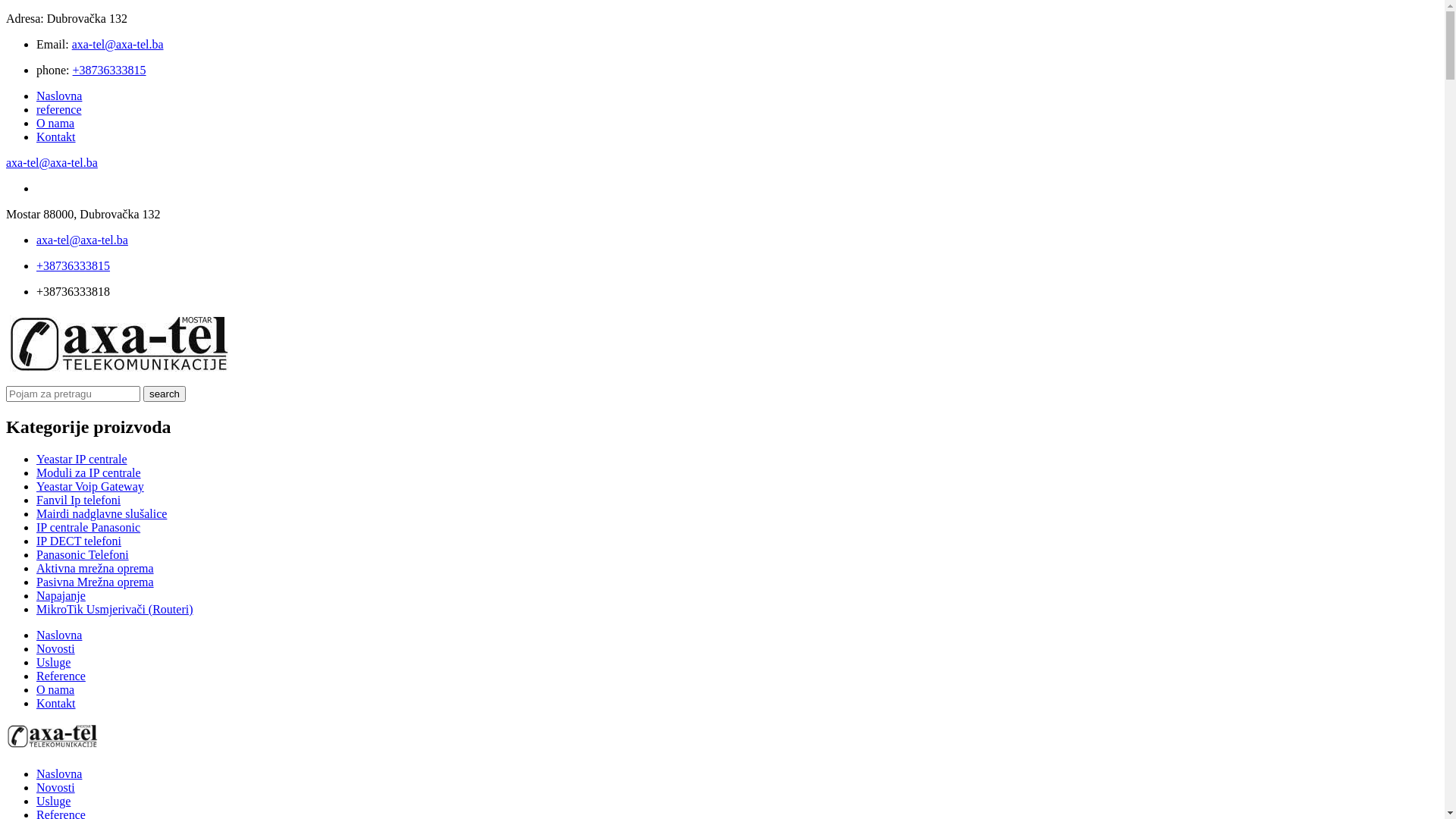 The image size is (1456, 819). What do you see at coordinates (89, 486) in the screenshot?
I see `'Yeastar Voip Gateway'` at bounding box center [89, 486].